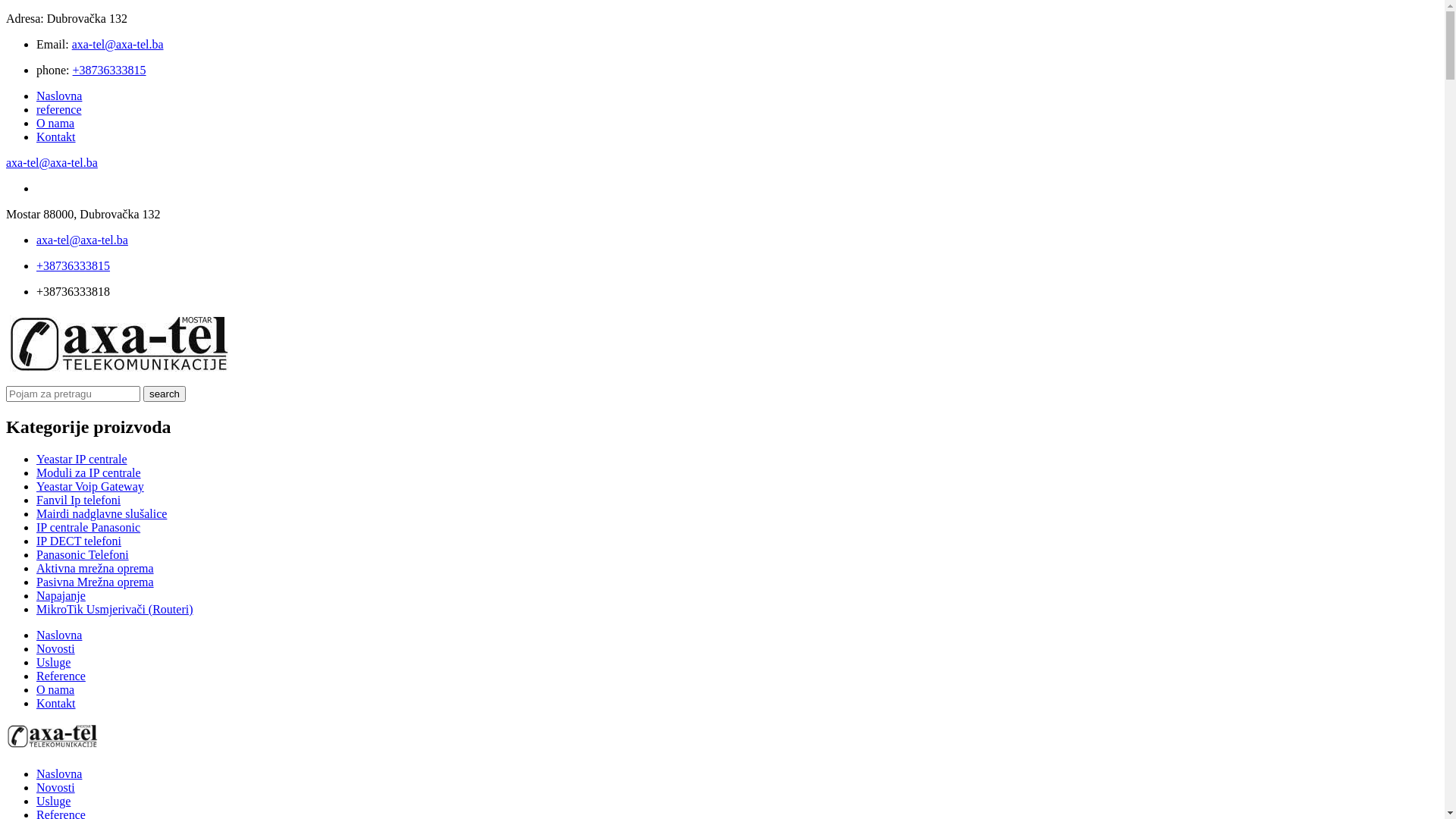 The image size is (1456, 819). What do you see at coordinates (89, 486) in the screenshot?
I see `'Yeastar Voip Gateway'` at bounding box center [89, 486].